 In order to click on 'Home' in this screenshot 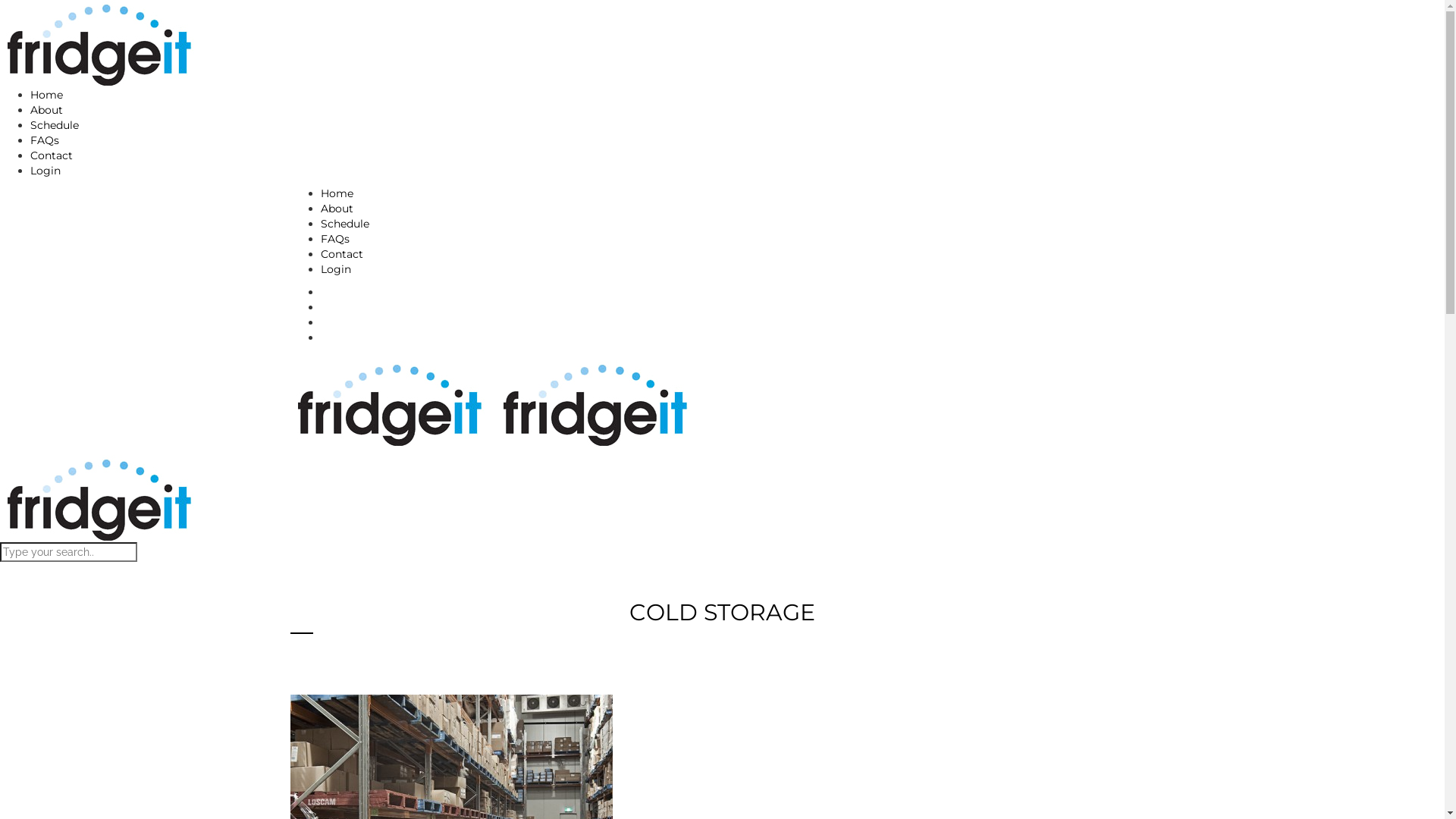, I will do `click(319, 192)`.